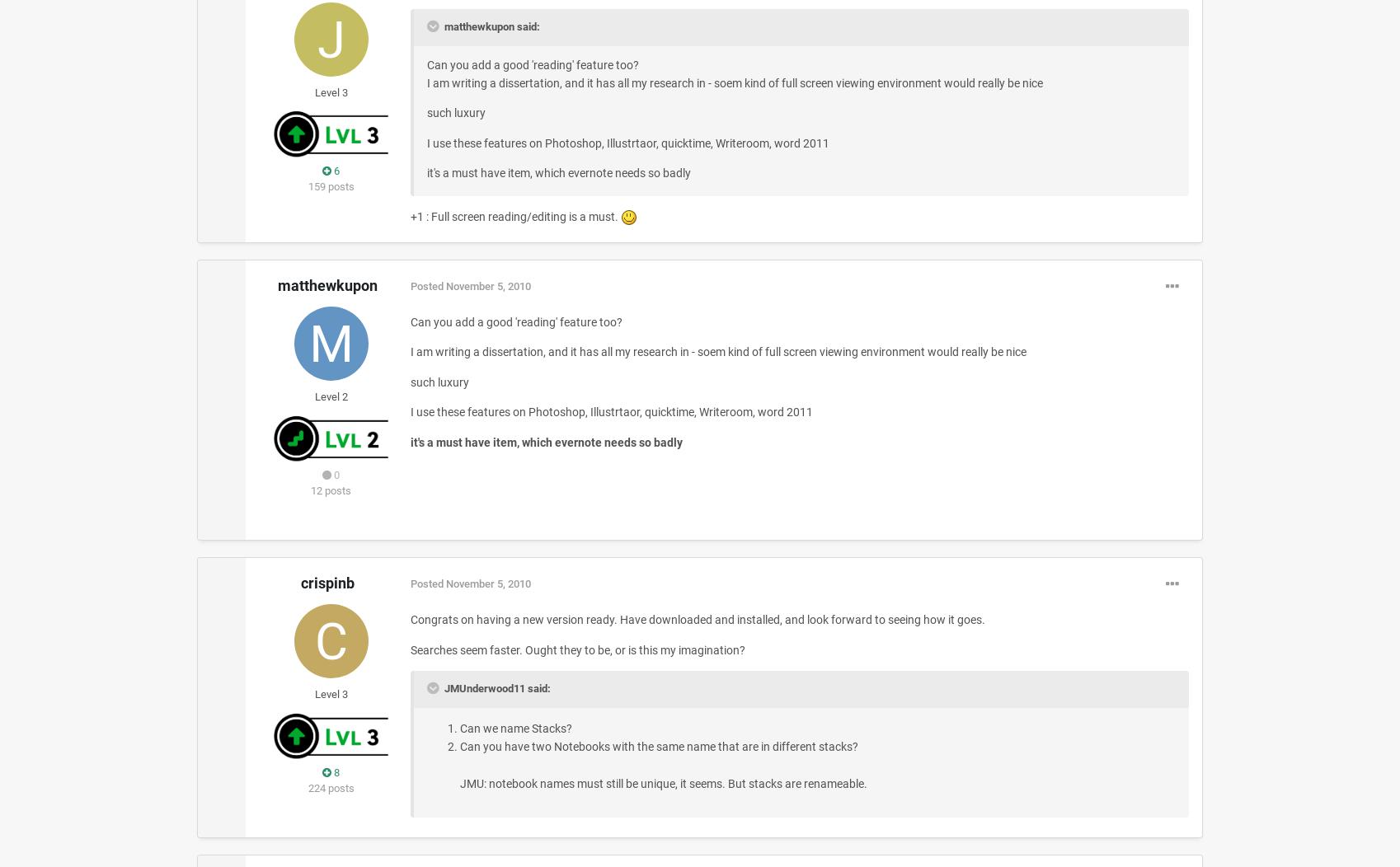  I want to click on 'Can we name Stacks?', so click(458, 728).